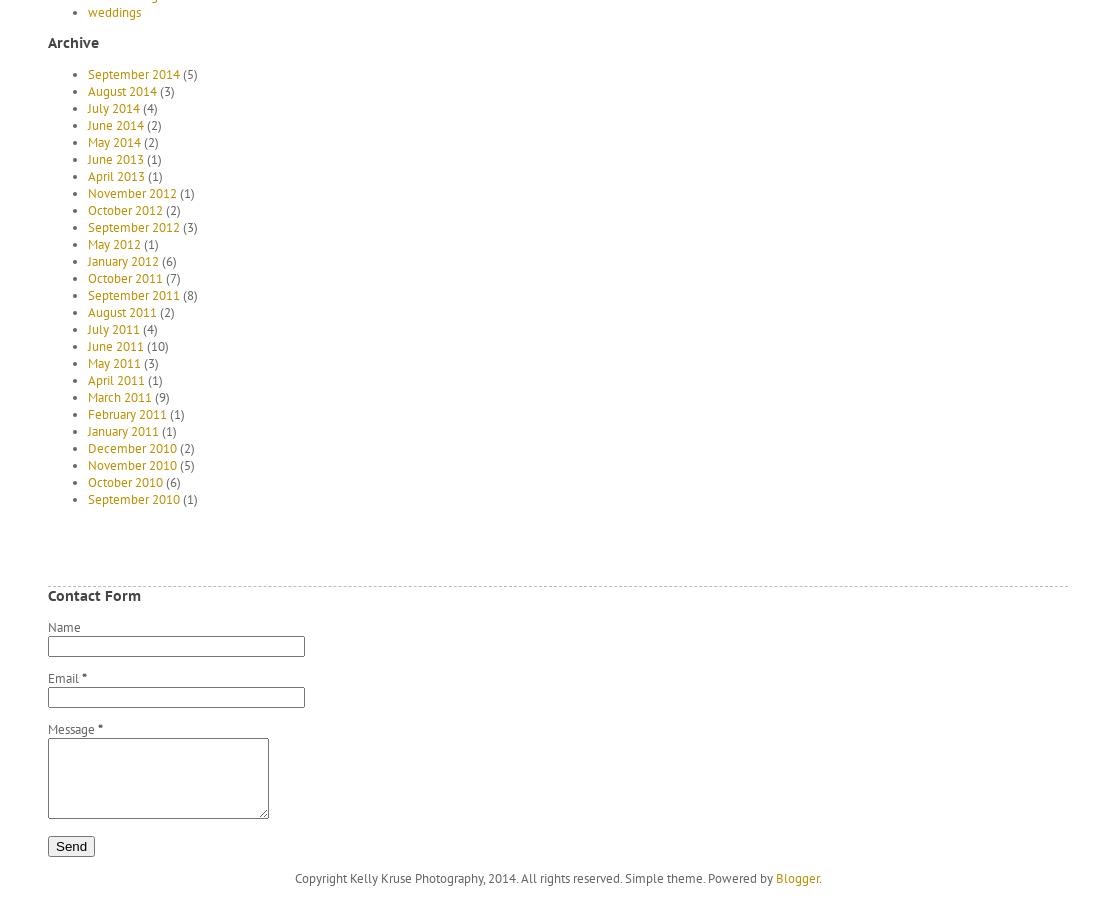 The width and height of the screenshot is (1108, 902). I want to click on '(7)', so click(170, 277).